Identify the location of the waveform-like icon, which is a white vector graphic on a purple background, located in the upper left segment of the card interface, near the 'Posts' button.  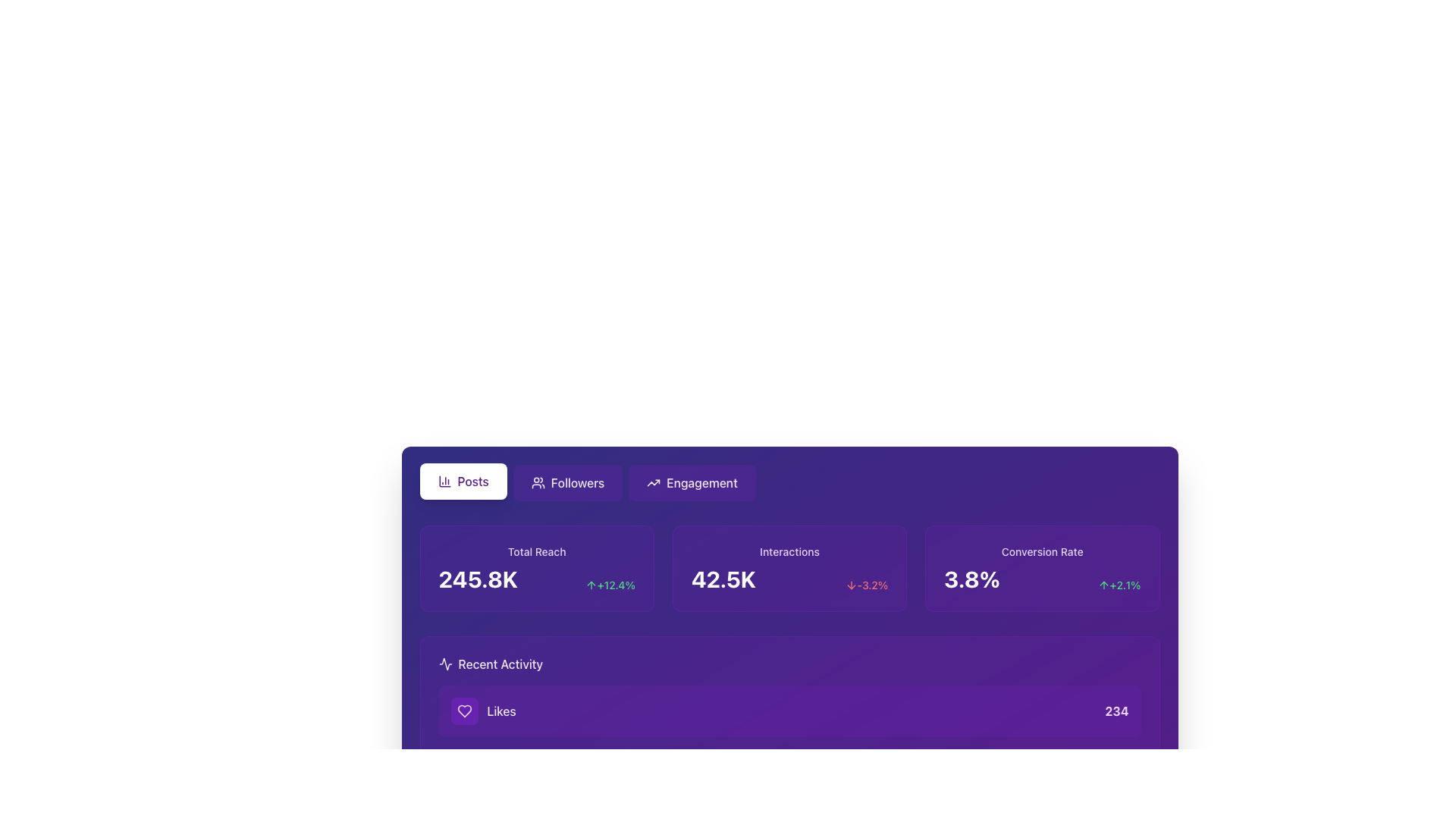
(444, 663).